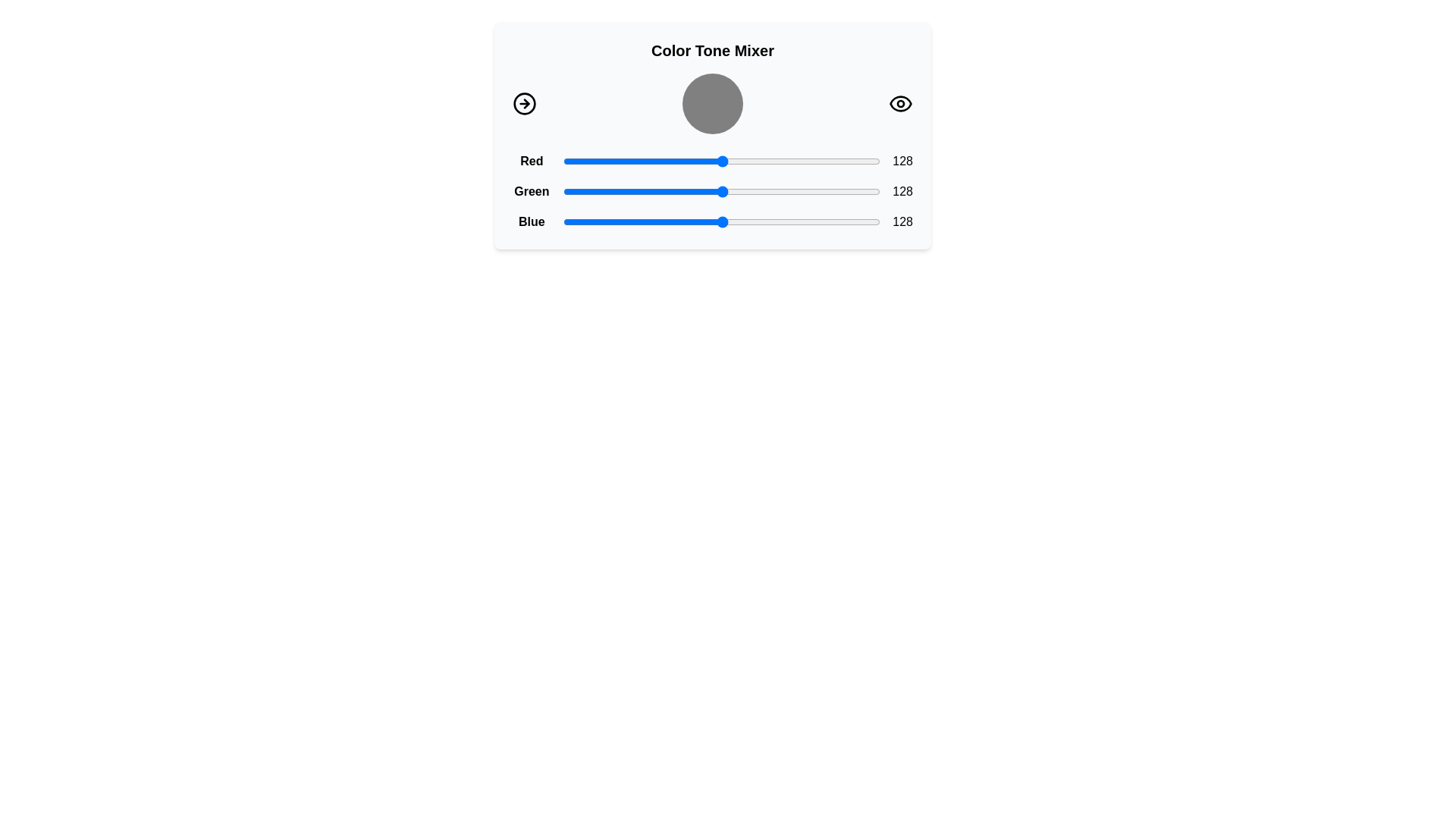 This screenshot has height=819, width=1456. What do you see at coordinates (621, 191) in the screenshot?
I see `green color intensity` at bounding box center [621, 191].